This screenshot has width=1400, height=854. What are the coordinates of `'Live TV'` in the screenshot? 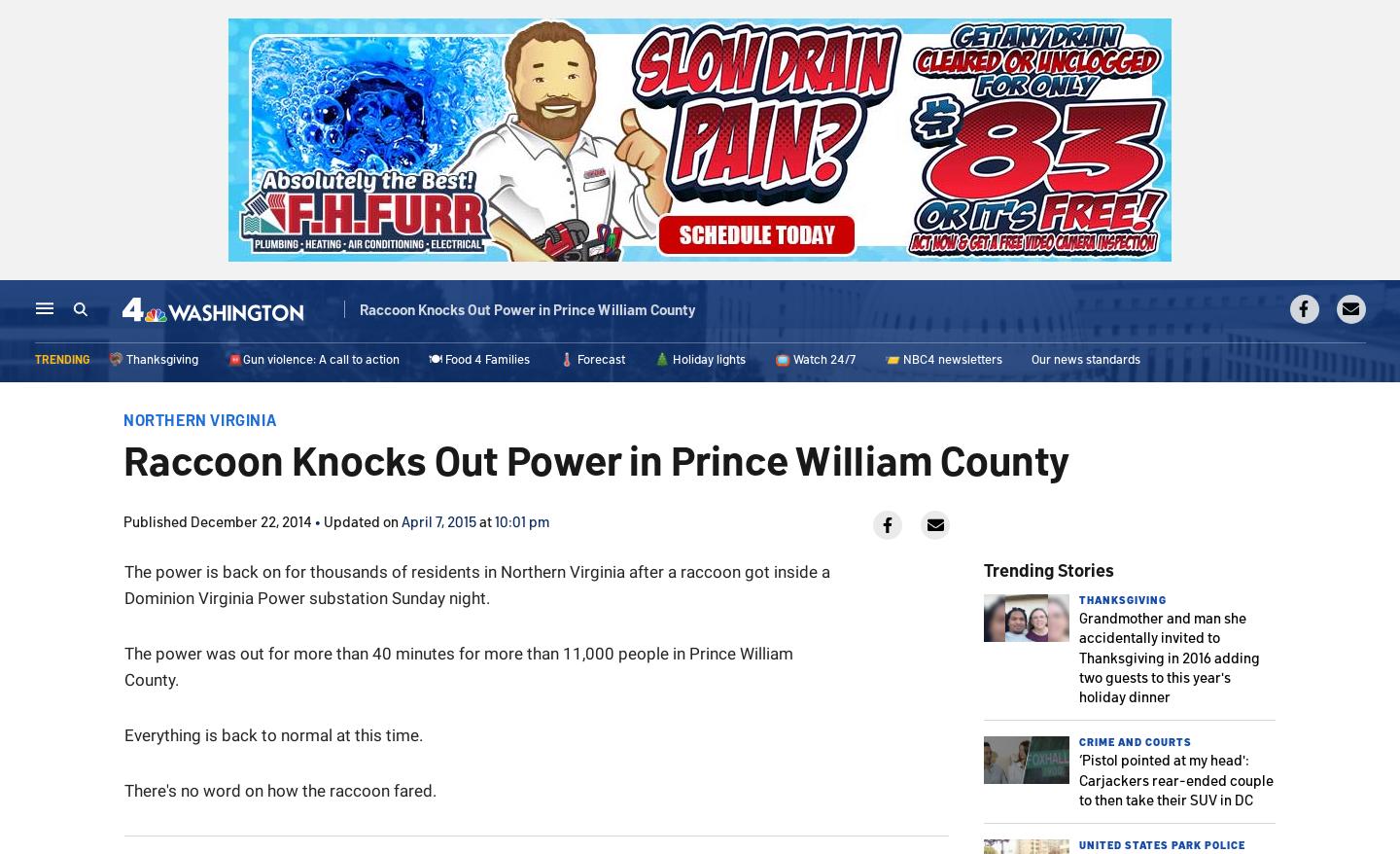 It's located at (1327, 311).